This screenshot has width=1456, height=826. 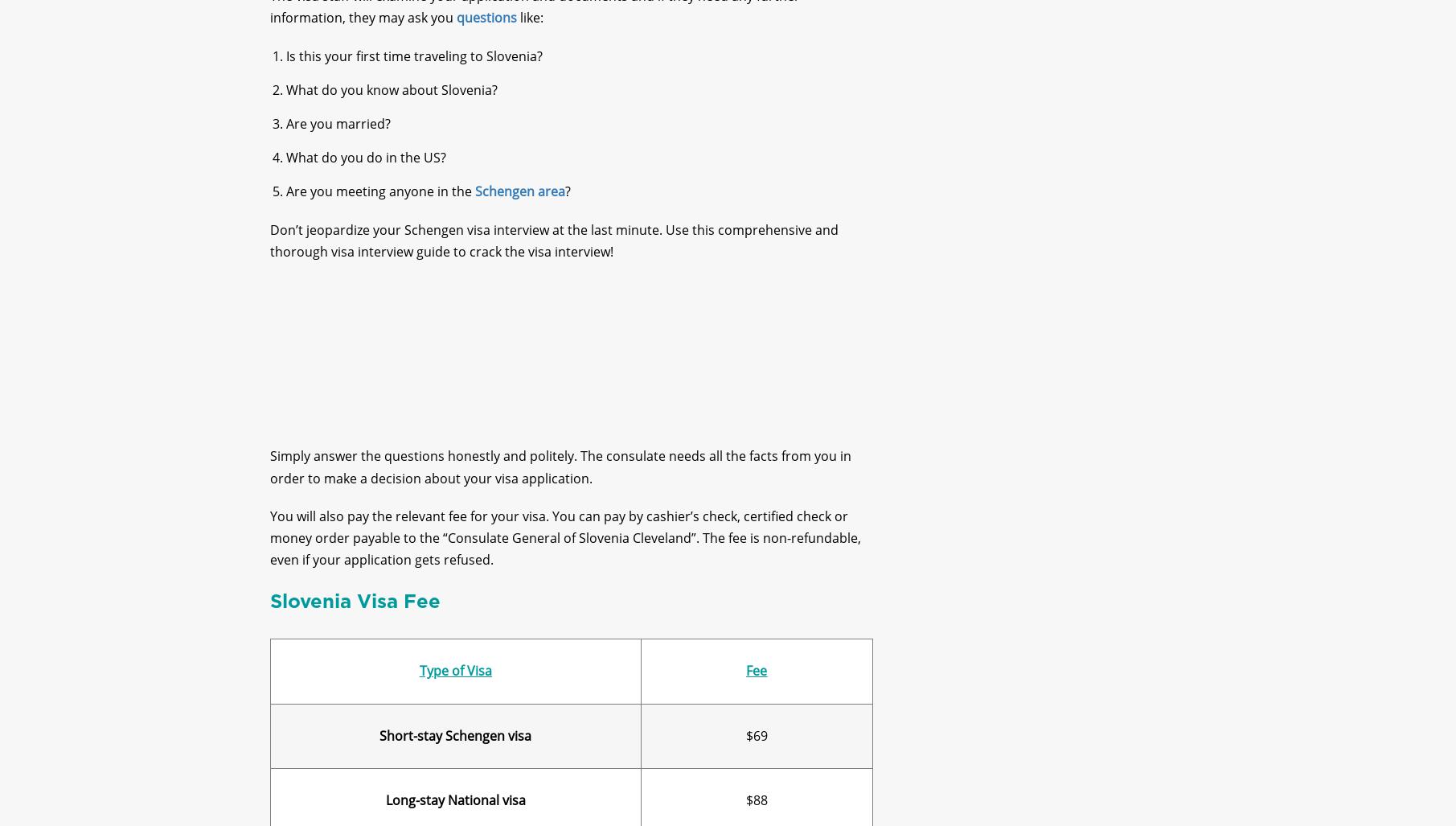 I want to click on 'The visa staff will examine your application and documents and if they need any further information, they may ask you', so click(x=534, y=20).